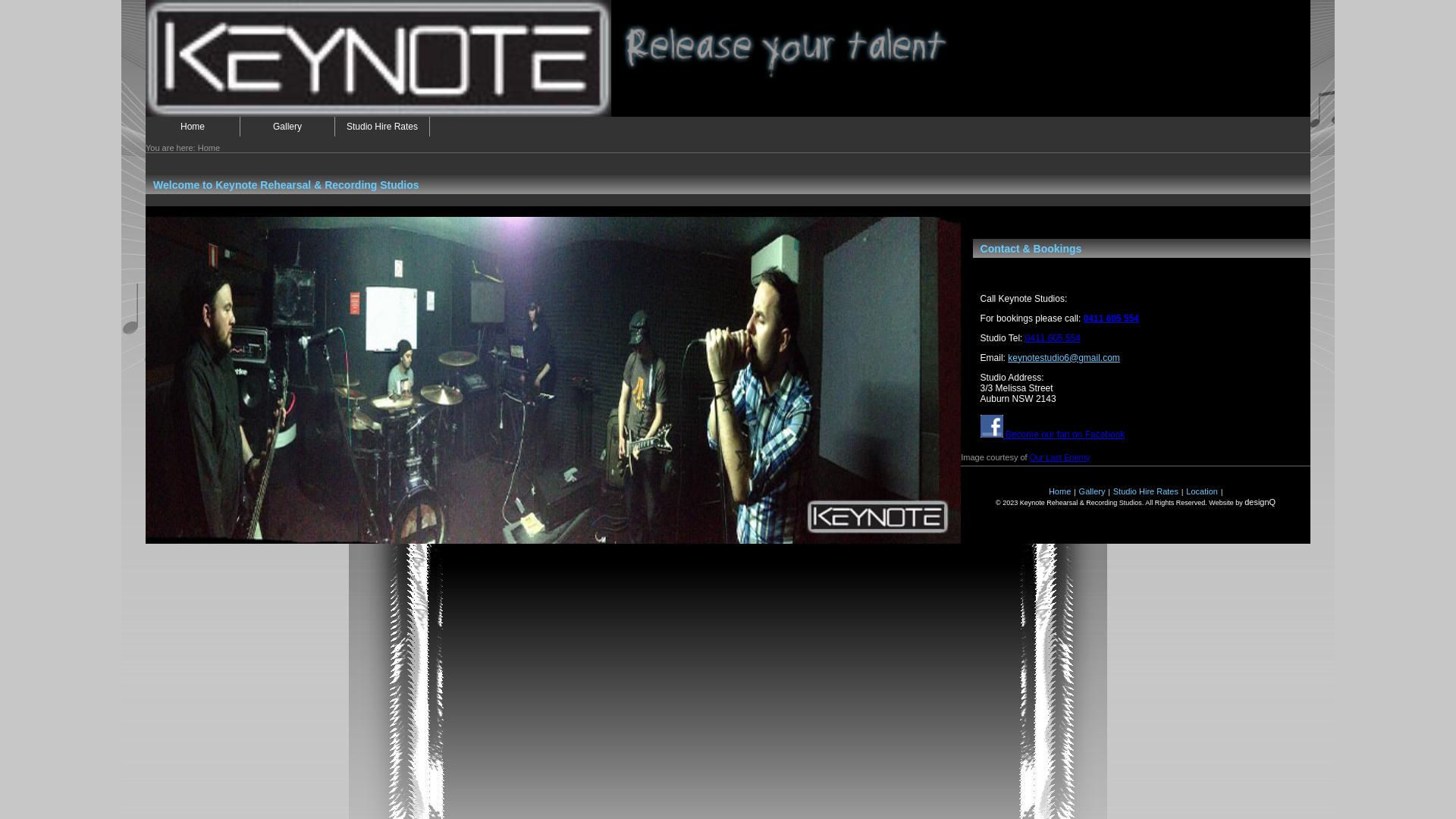 Image resolution: width=1456 pixels, height=819 pixels. Describe the element at coordinates (1092, 491) in the screenshot. I see `'Gallery'` at that location.